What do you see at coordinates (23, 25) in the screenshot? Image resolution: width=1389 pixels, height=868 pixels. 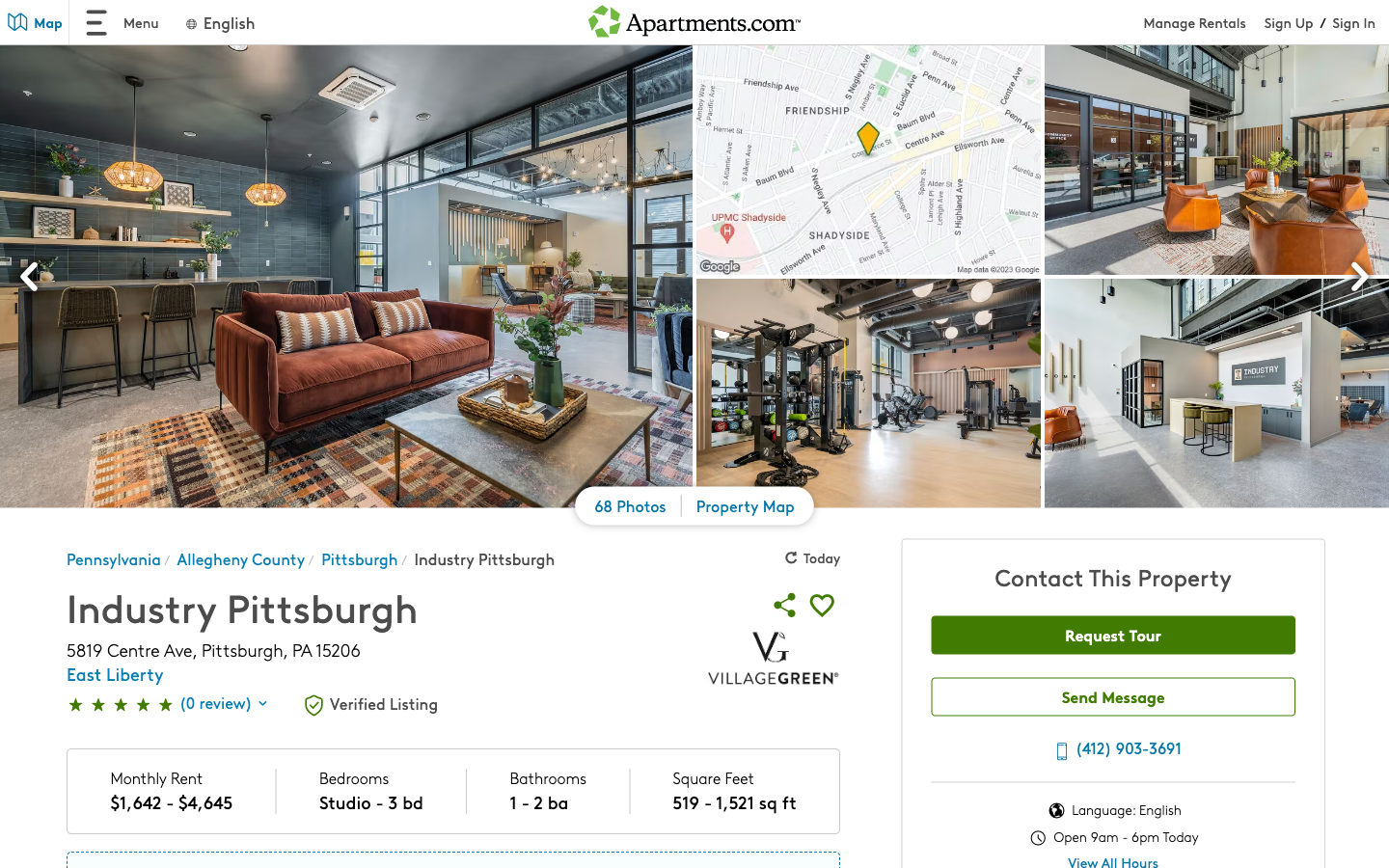 I see `the map interface` at bounding box center [23, 25].